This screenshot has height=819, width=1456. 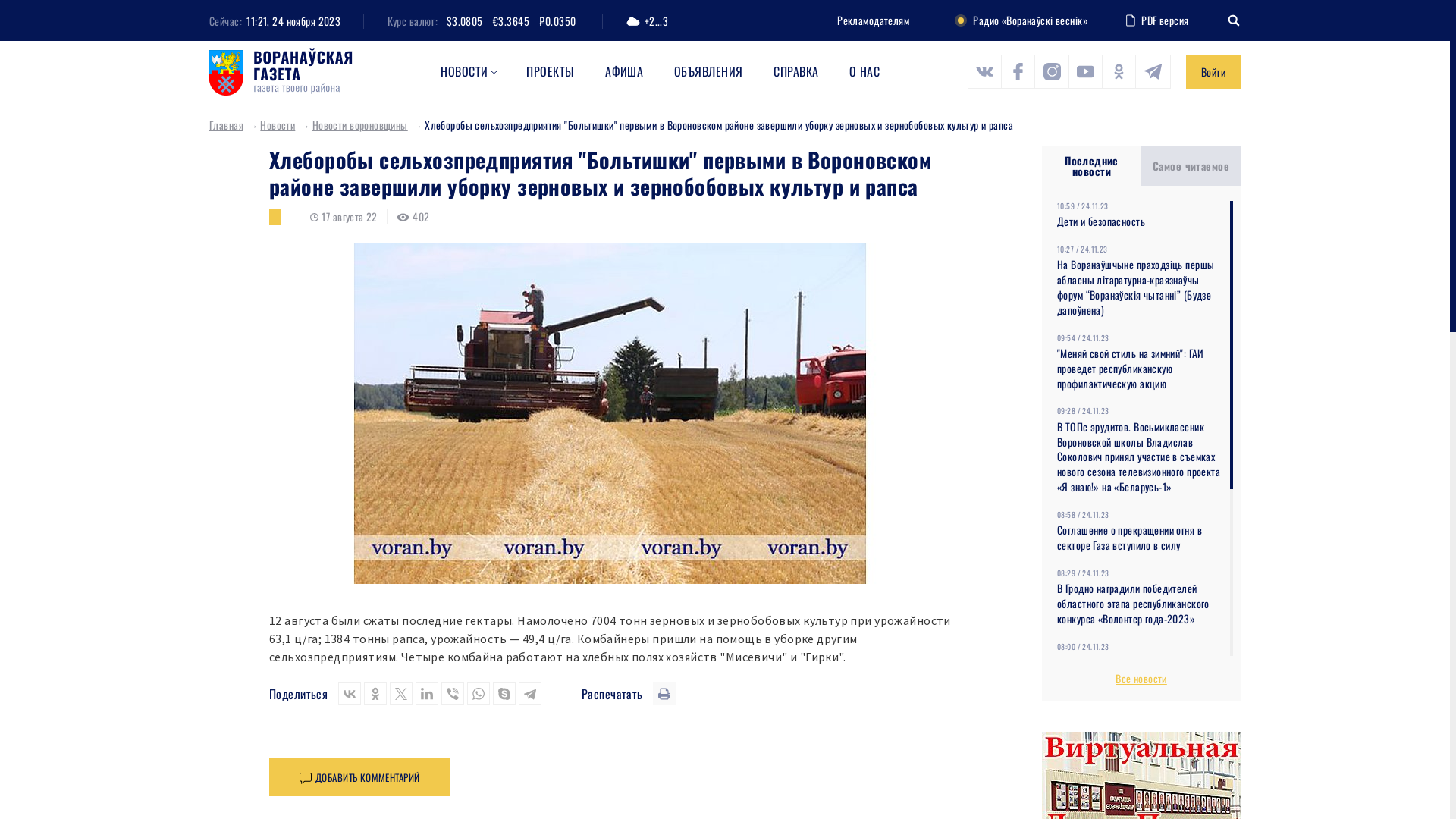 What do you see at coordinates (425, 693) in the screenshot?
I see `'LinkedIn'` at bounding box center [425, 693].